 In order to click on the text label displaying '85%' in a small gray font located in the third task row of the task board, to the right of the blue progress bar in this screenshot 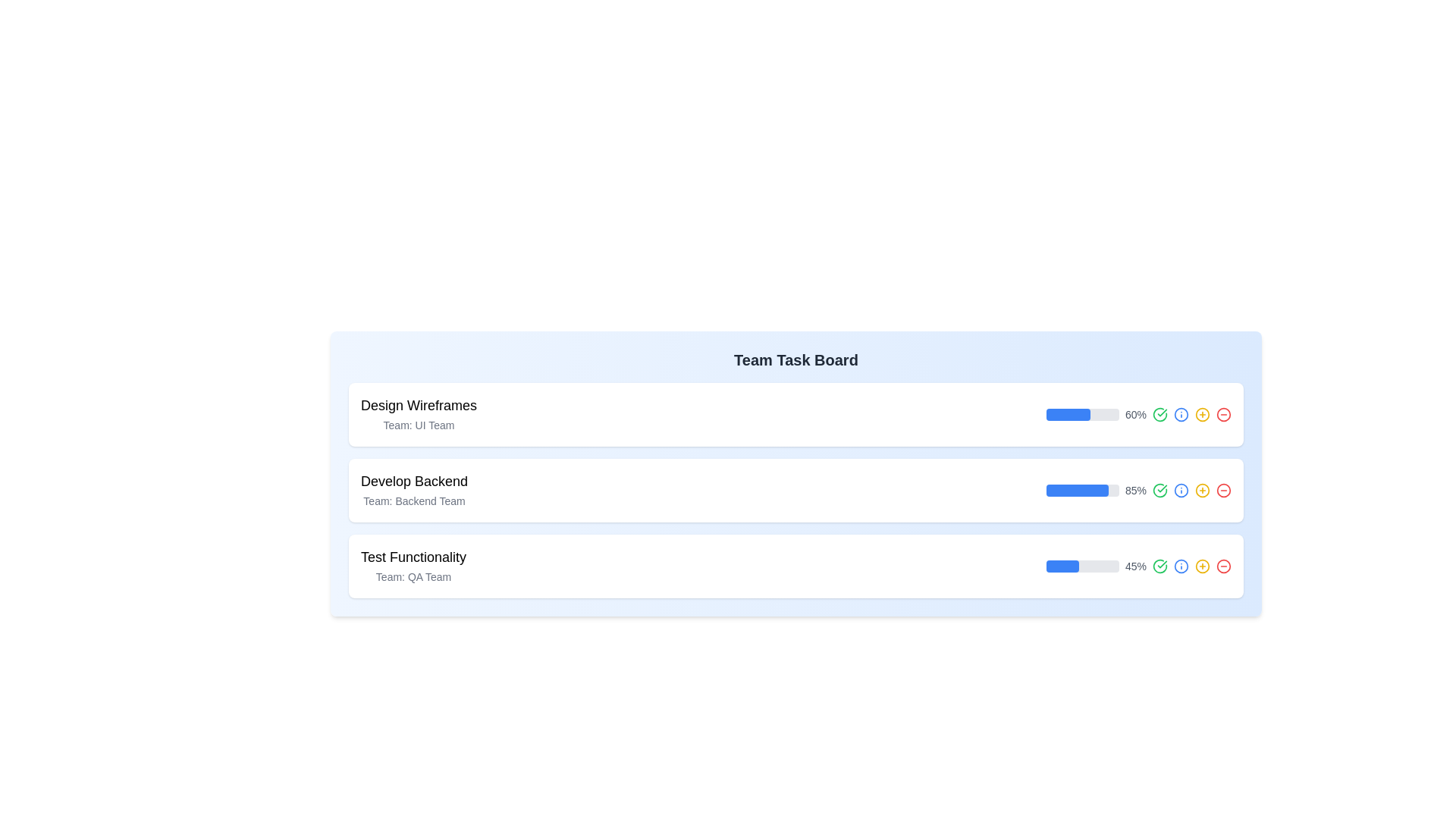, I will do `click(1135, 491)`.